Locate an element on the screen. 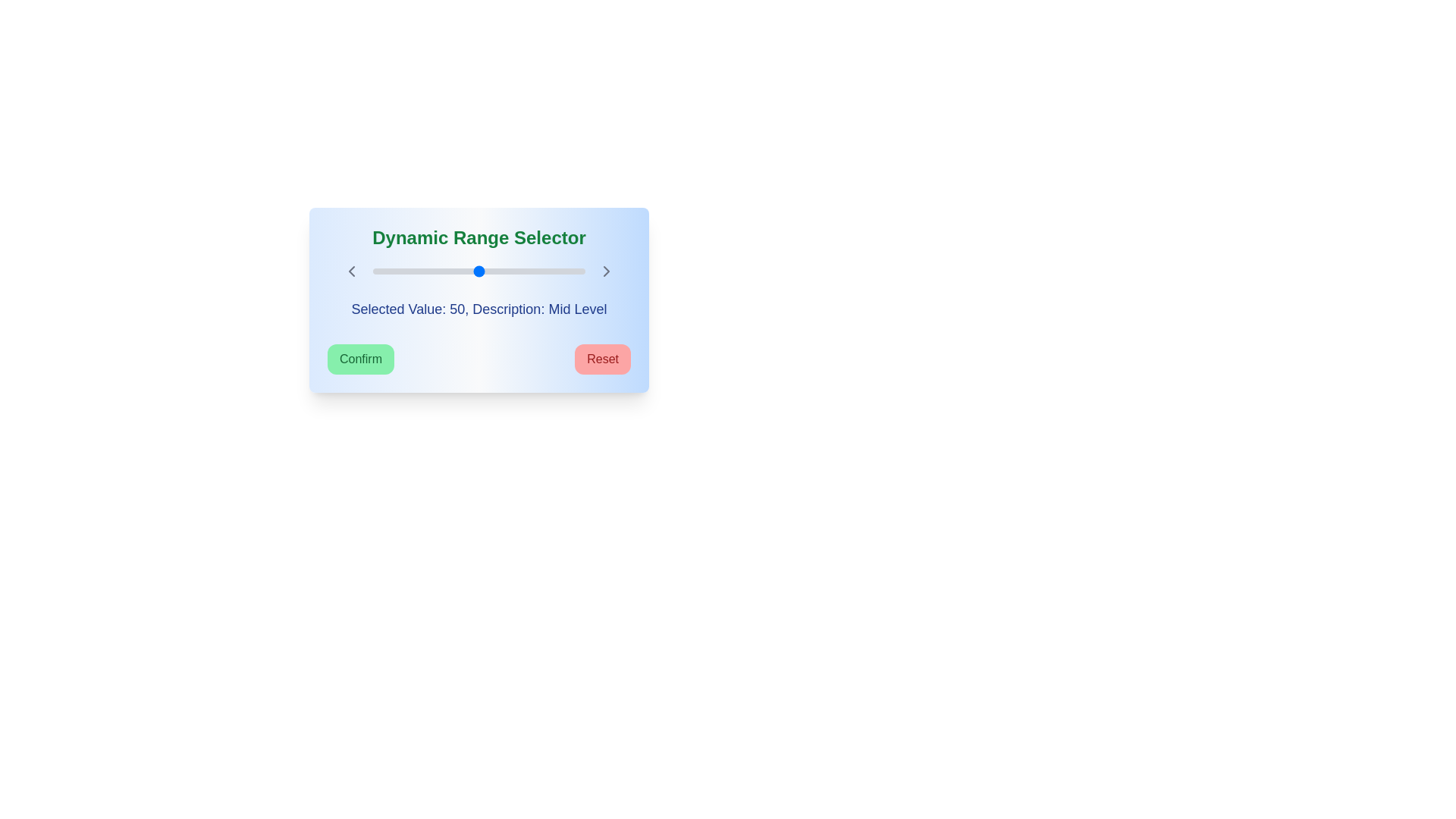  the slider is located at coordinates (422, 271).